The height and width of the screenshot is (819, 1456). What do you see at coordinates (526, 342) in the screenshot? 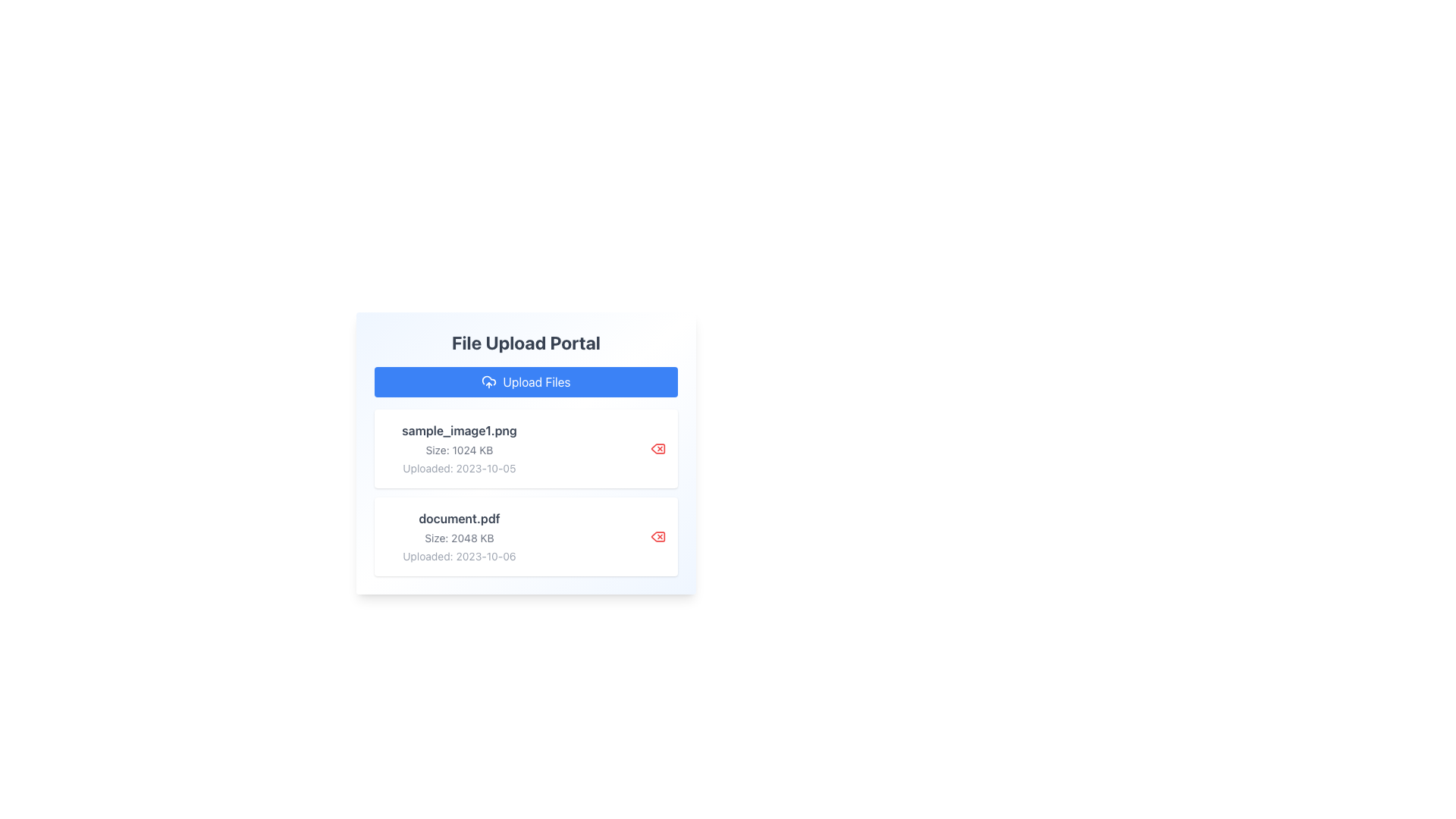
I see `the Text Label that serves as a header for the file uploads section by moving the mouse pointer to its center` at bounding box center [526, 342].